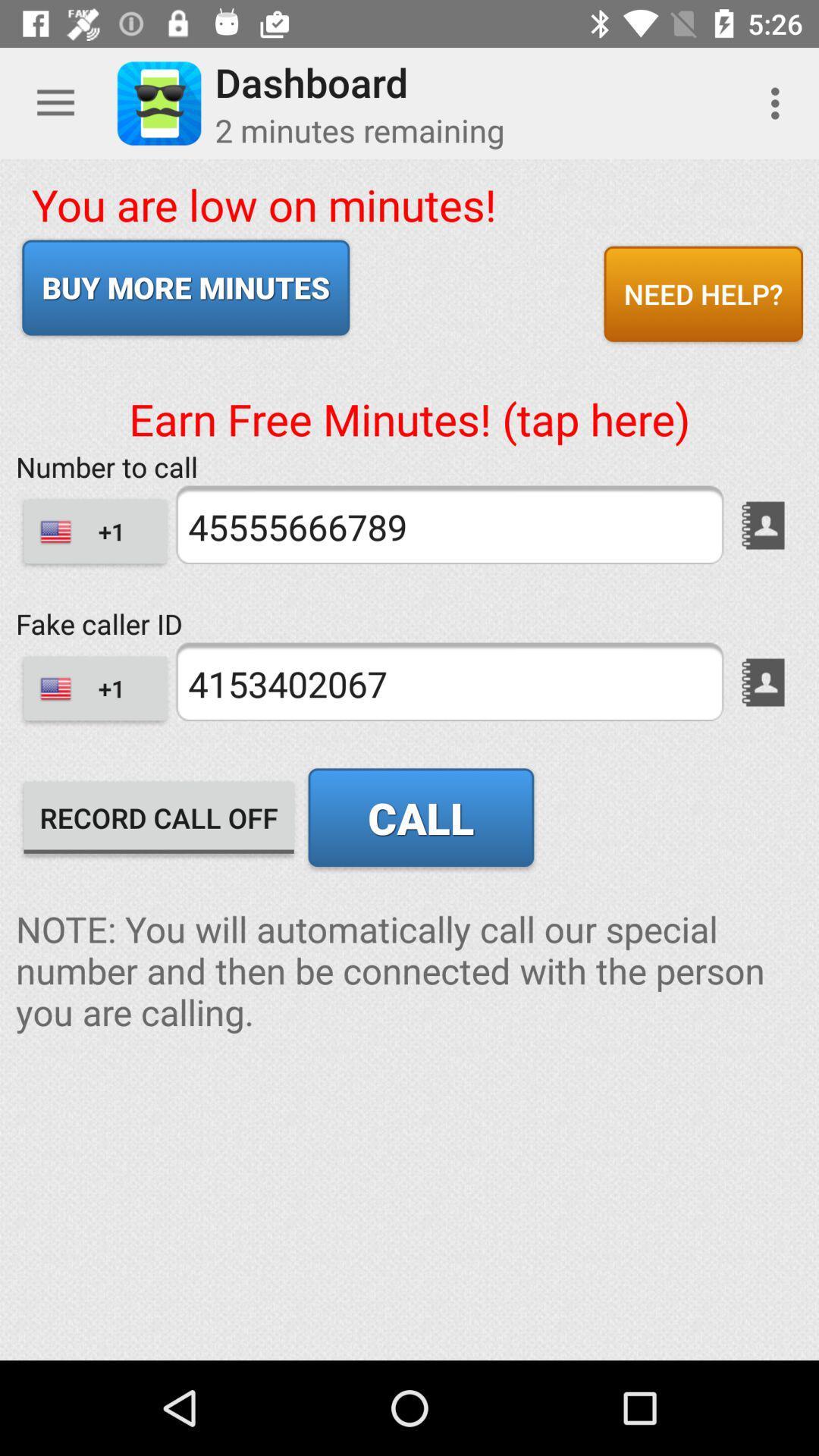 Image resolution: width=819 pixels, height=1456 pixels. What do you see at coordinates (409, 394) in the screenshot?
I see `the item above number to call icon` at bounding box center [409, 394].